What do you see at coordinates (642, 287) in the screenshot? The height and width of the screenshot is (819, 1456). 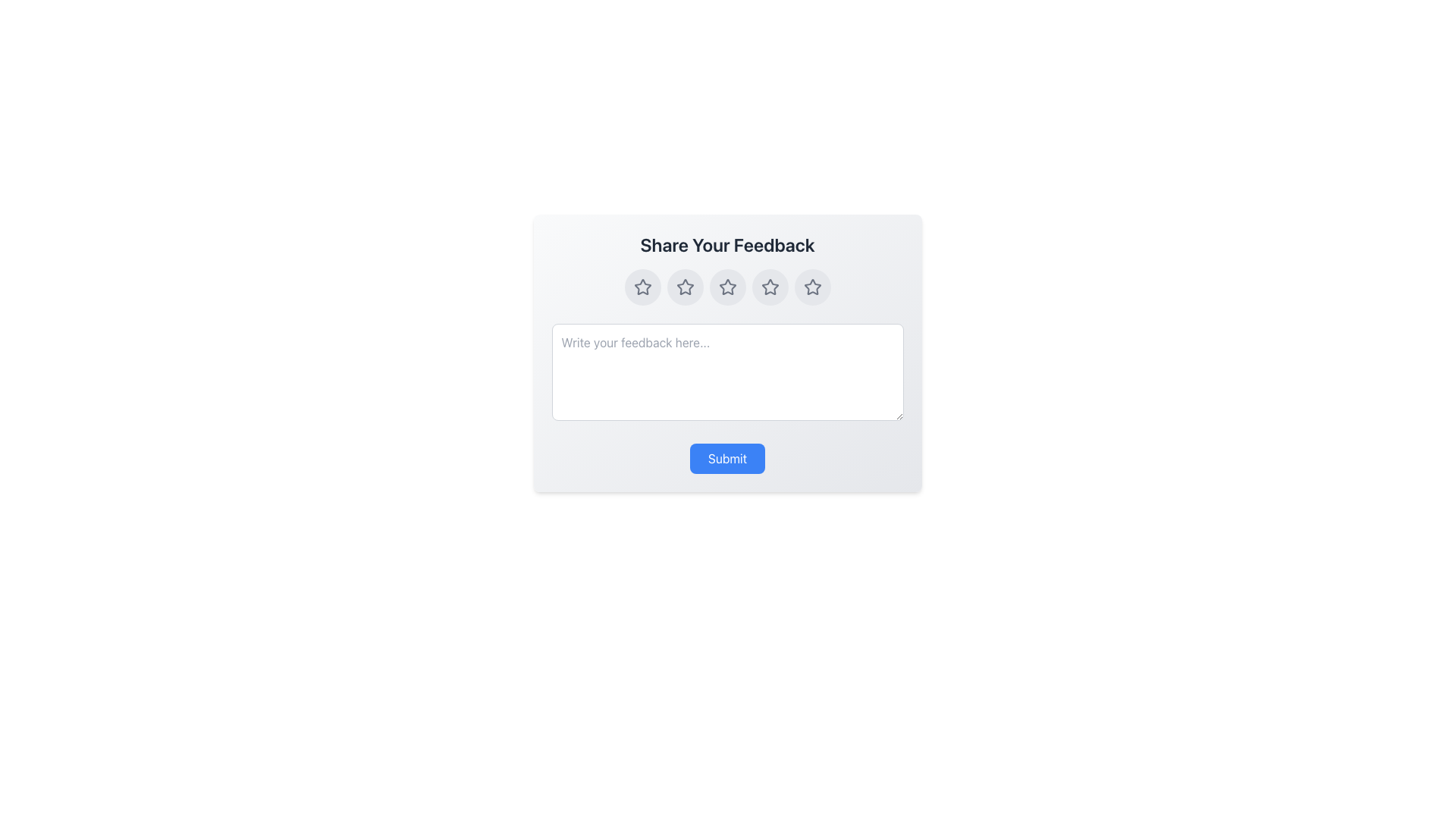 I see `the star icon representing the first rating option in the feedback modal` at bounding box center [642, 287].